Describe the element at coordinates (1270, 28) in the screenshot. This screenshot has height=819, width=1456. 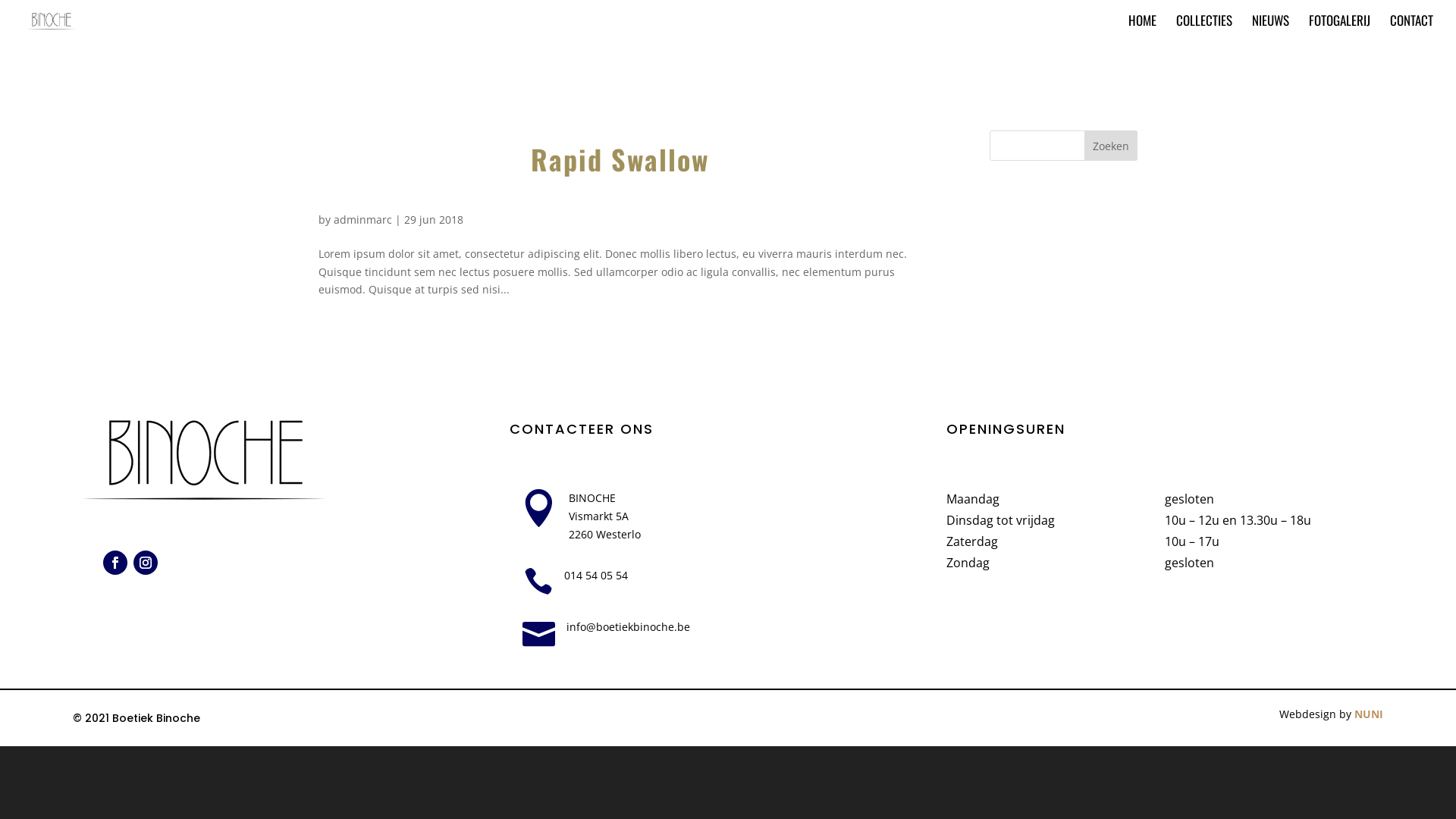
I see `'NIEUWS'` at that location.